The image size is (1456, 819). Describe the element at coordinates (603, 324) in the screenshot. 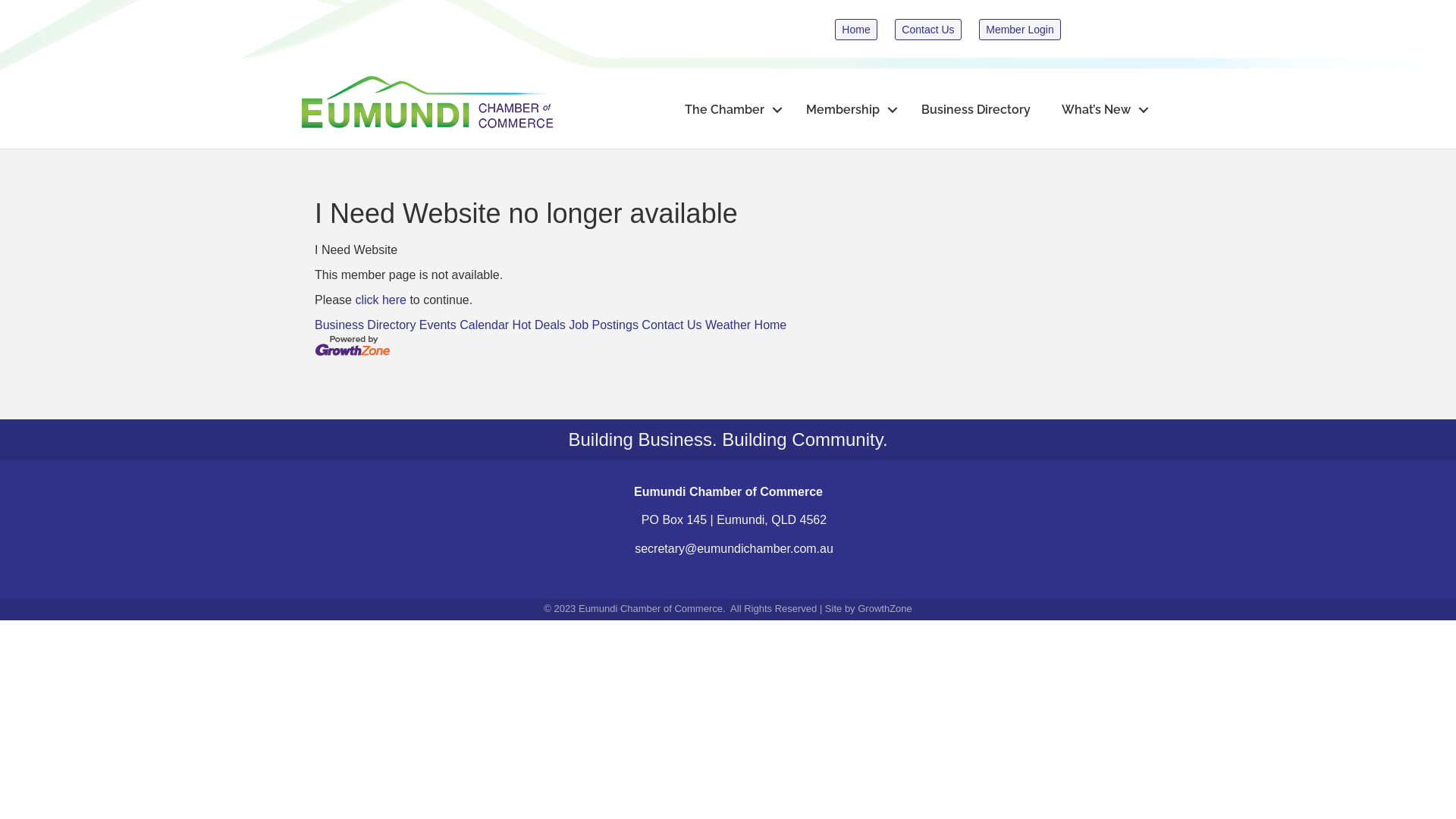

I see `'Job Postings'` at that location.